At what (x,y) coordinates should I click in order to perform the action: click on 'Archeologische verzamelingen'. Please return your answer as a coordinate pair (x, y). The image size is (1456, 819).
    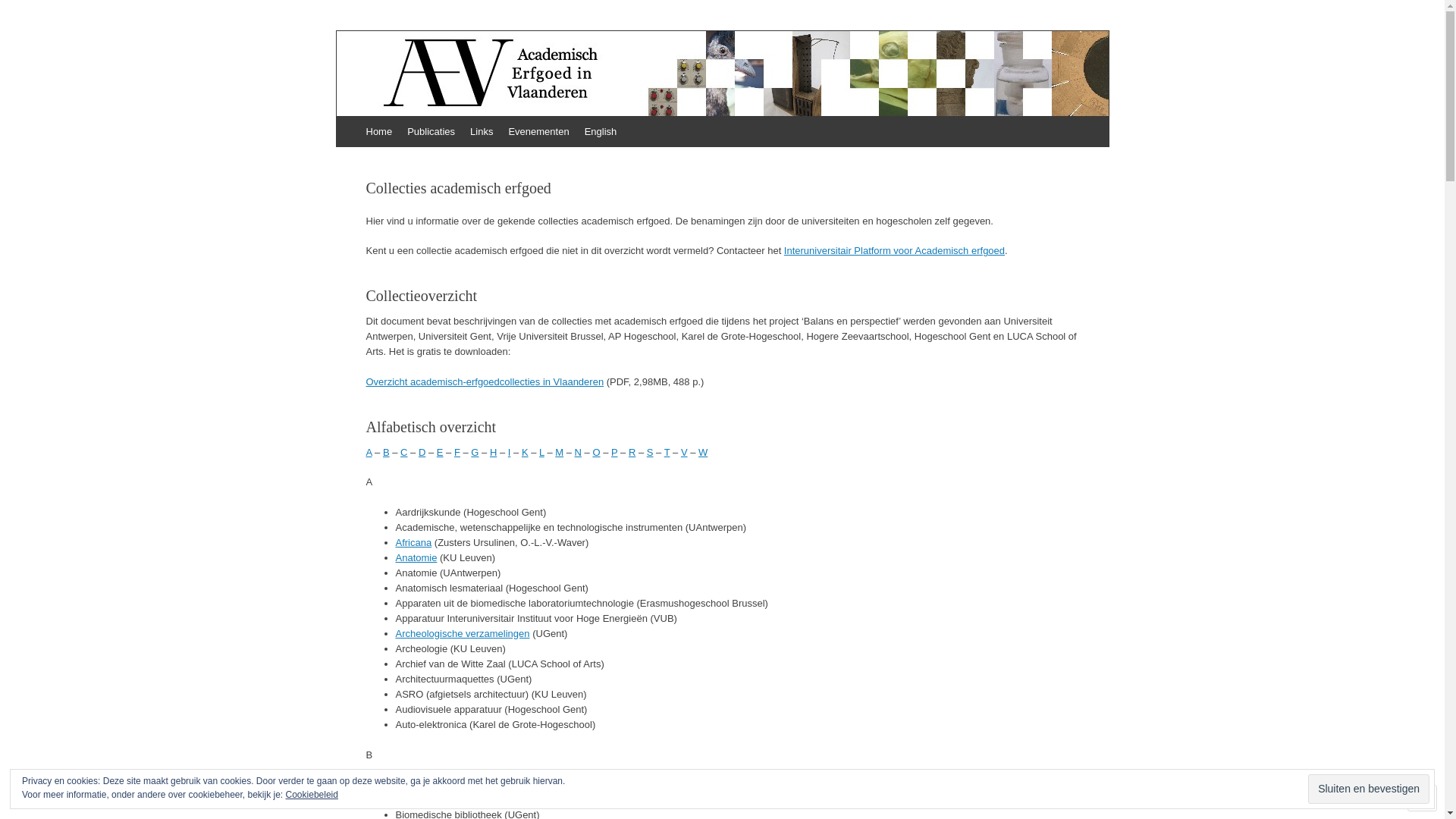
    Looking at the image, I should click on (462, 633).